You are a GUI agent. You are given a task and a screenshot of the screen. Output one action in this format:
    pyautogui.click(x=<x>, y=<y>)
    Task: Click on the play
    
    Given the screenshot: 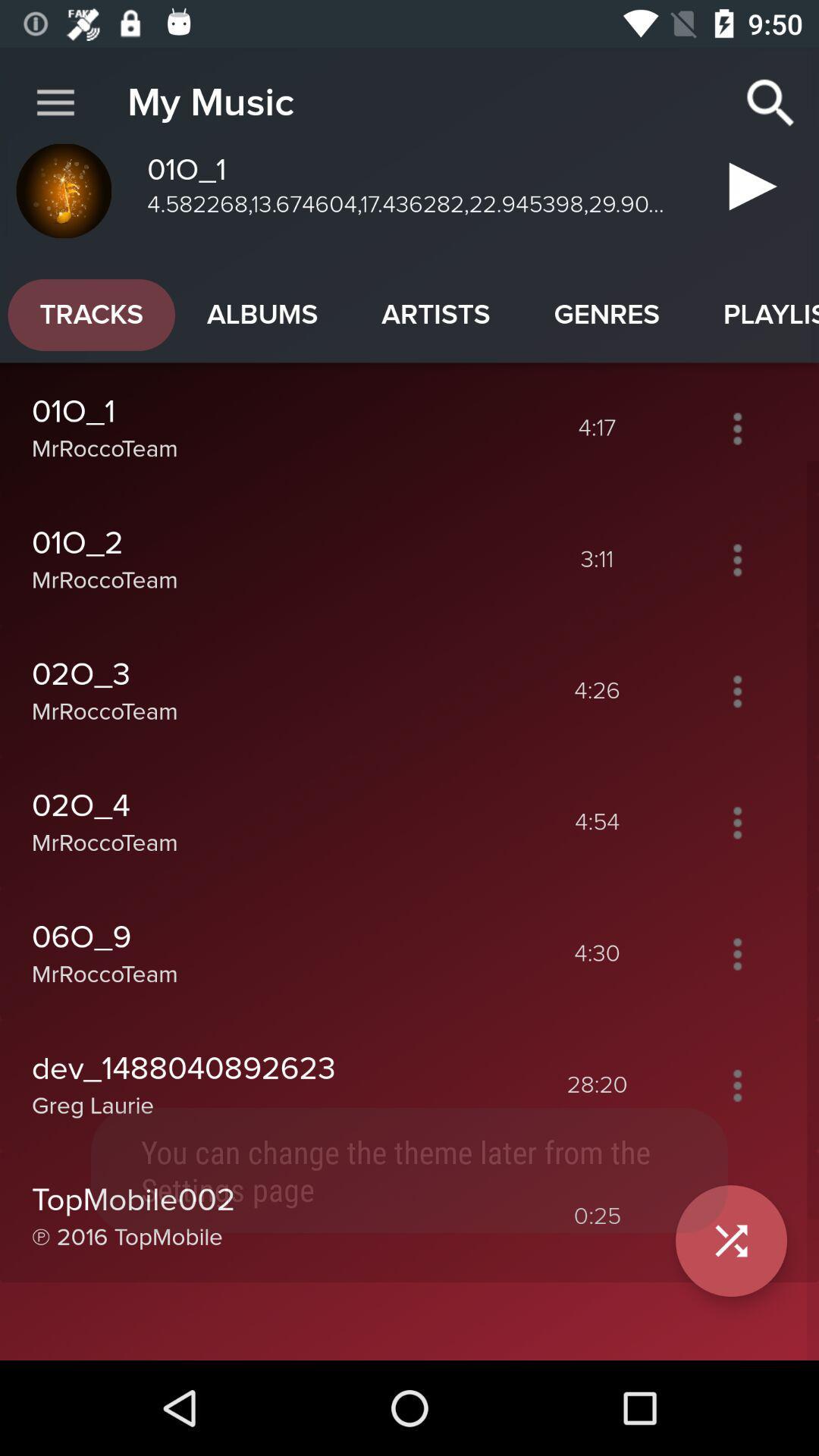 What is the action you would take?
    pyautogui.click(x=736, y=1216)
    